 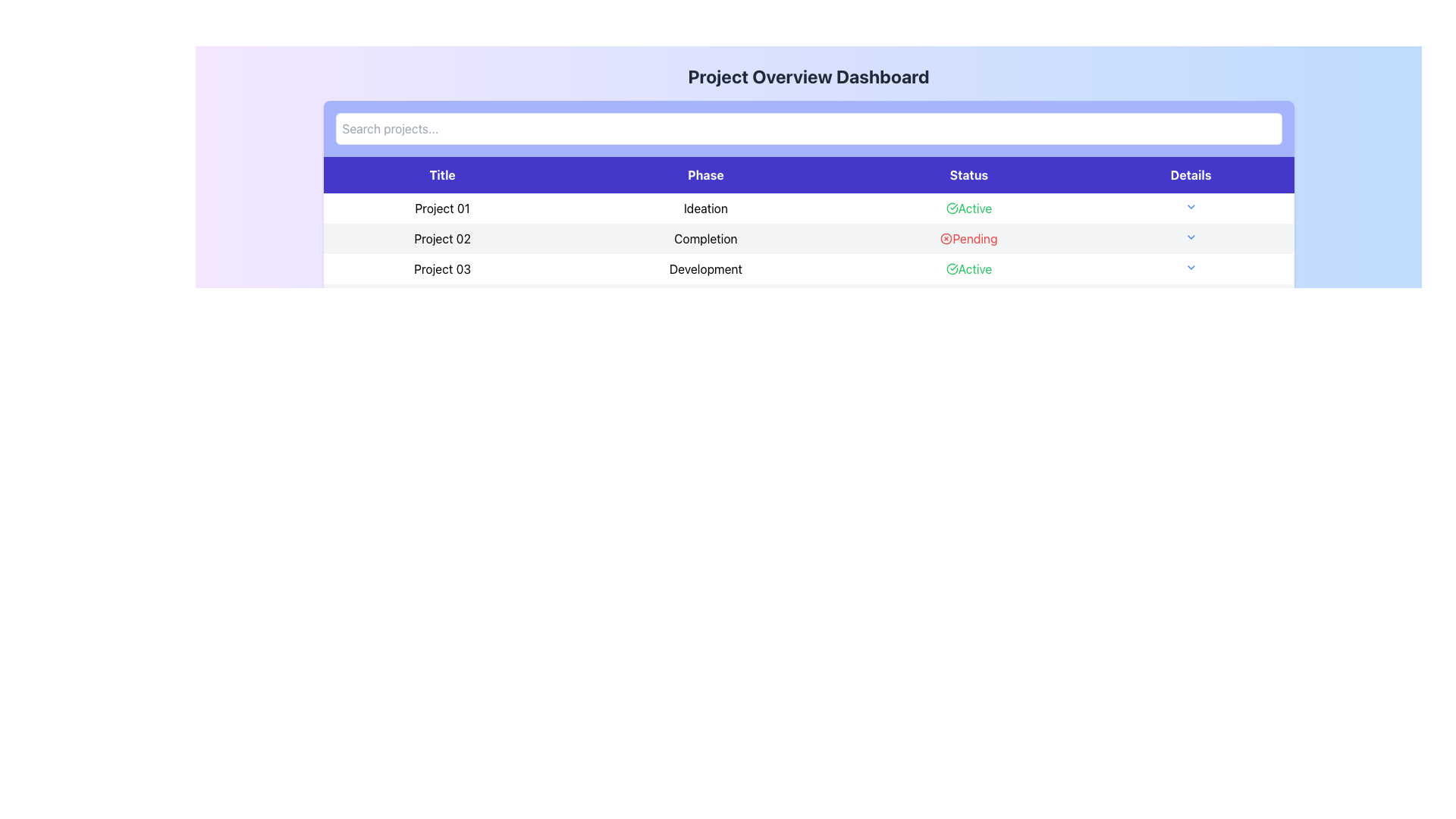 What do you see at coordinates (441, 239) in the screenshot?
I see `the static text label containing 'Project 02', which is located in the first column of the second row under the 'Title' column in a table-like structure` at bounding box center [441, 239].